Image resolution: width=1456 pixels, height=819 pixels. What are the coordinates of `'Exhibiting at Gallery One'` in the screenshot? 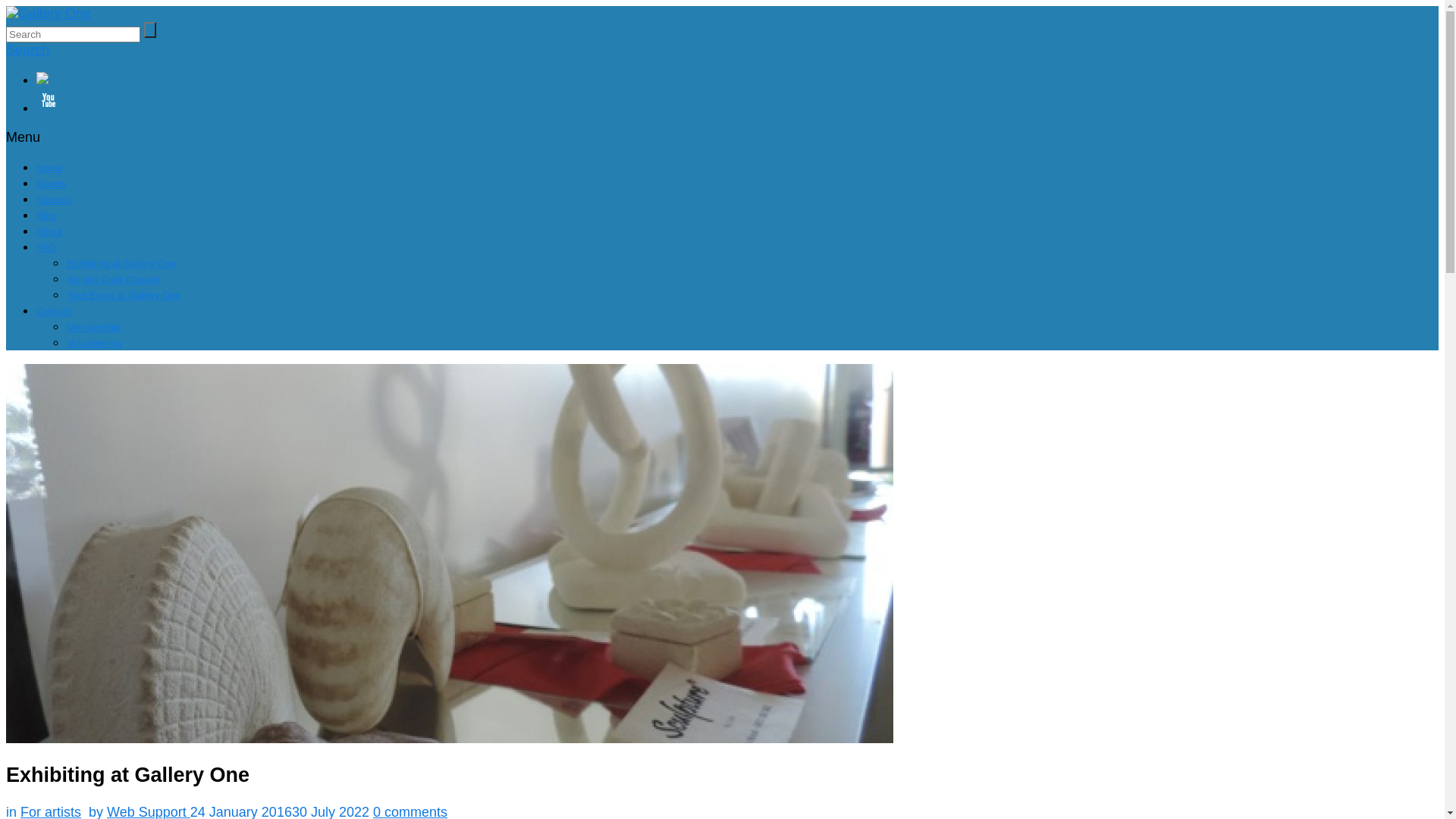 It's located at (120, 262).